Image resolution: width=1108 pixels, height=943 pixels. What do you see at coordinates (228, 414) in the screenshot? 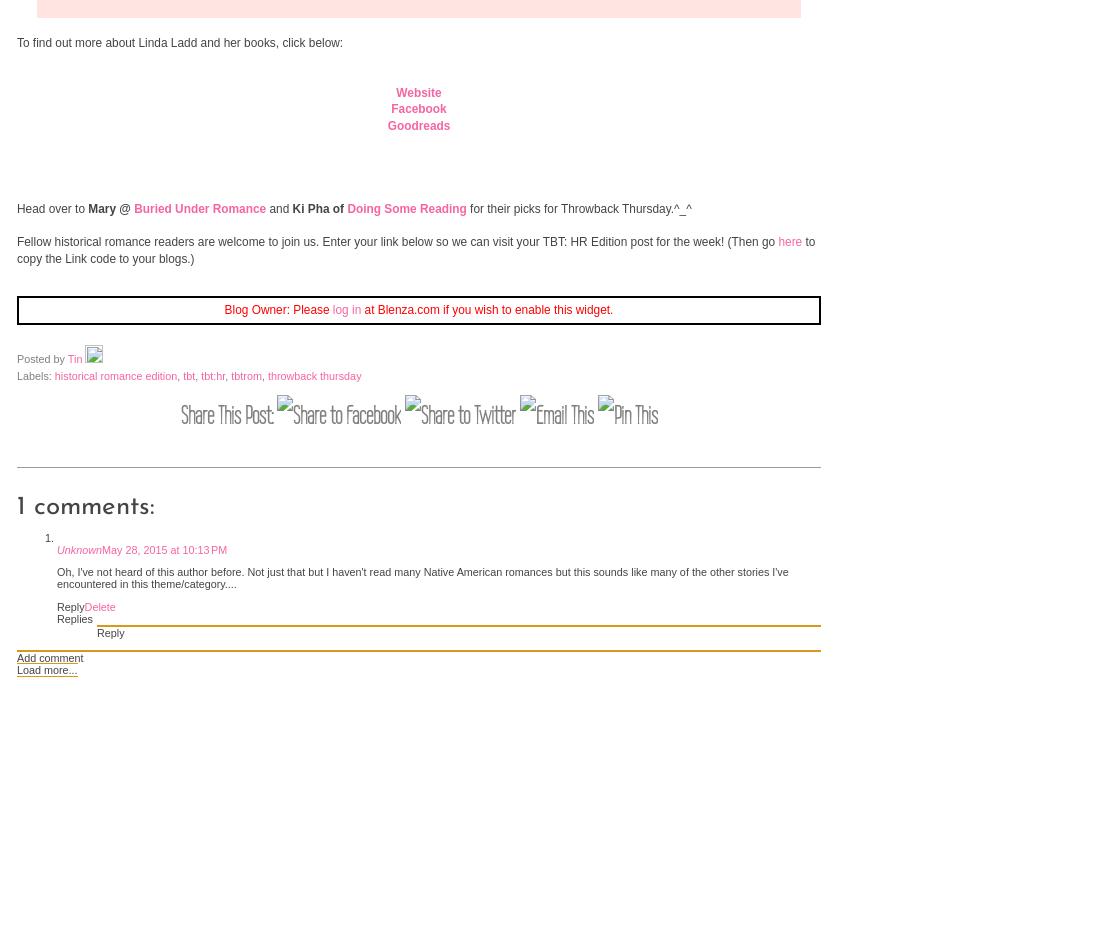
I see `'Share This Post:'` at bounding box center [228, 414].